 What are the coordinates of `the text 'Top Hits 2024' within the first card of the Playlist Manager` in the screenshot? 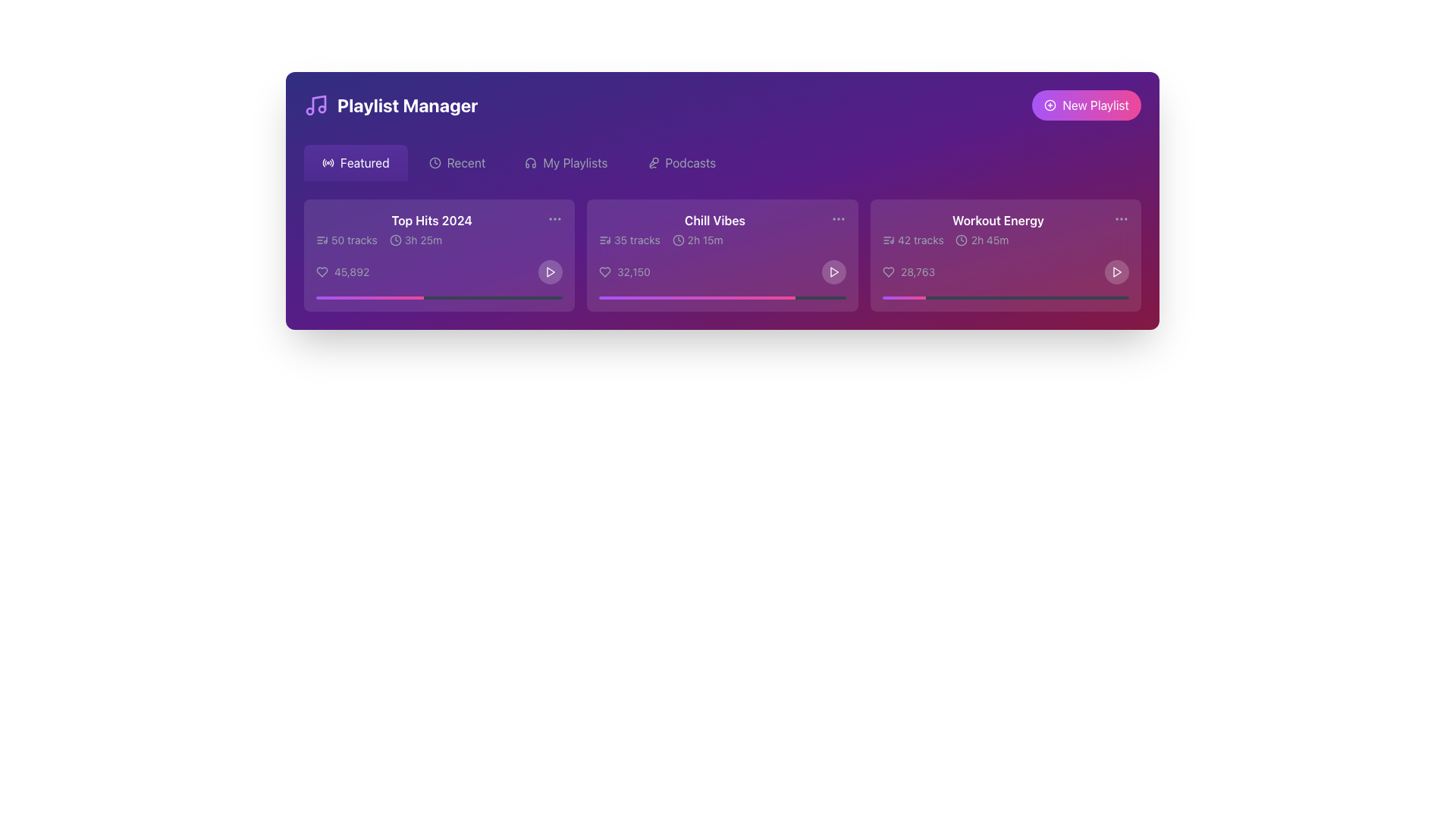 It's located at (438, 230).